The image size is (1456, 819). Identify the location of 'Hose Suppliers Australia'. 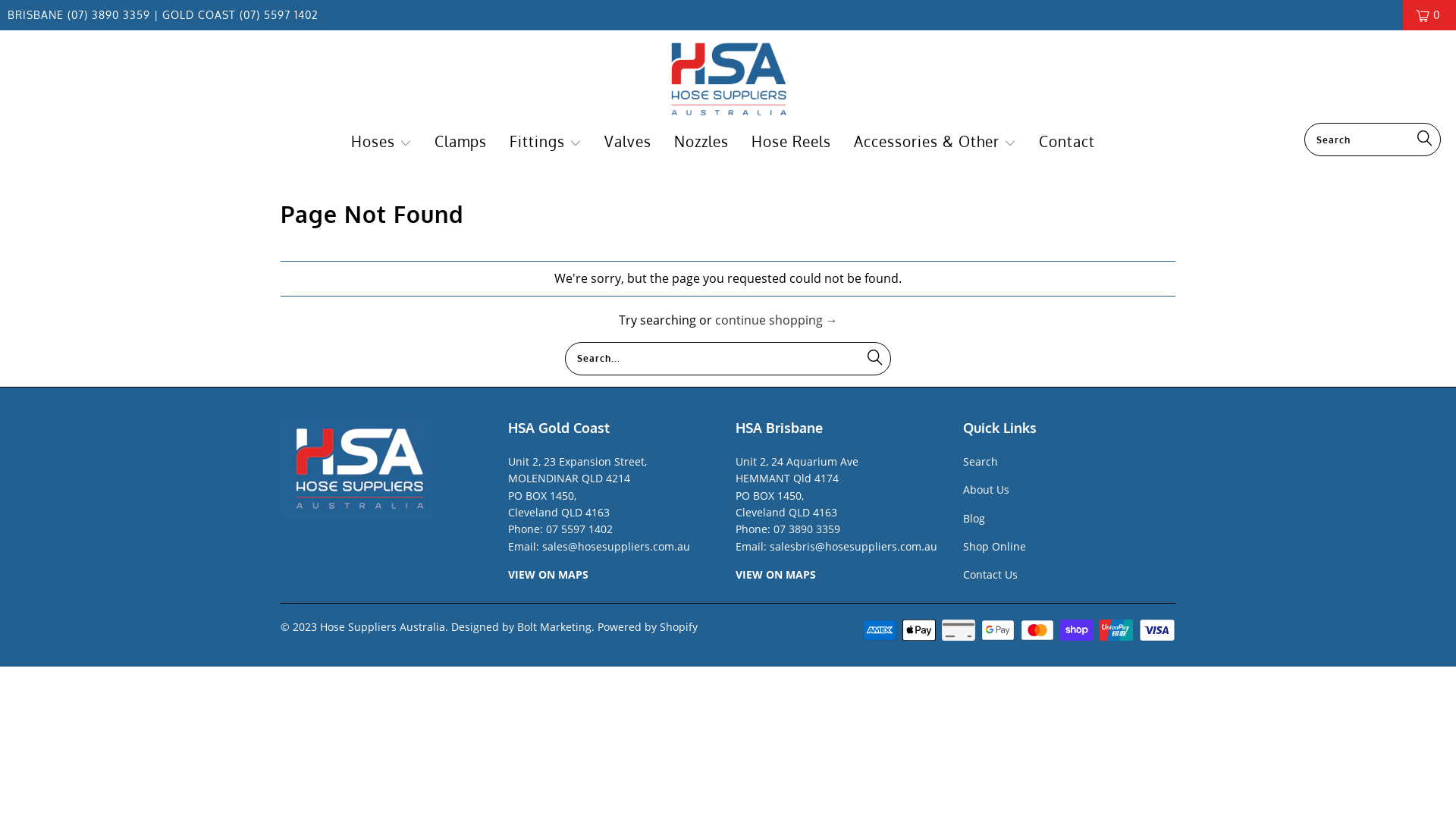
(728, 80).